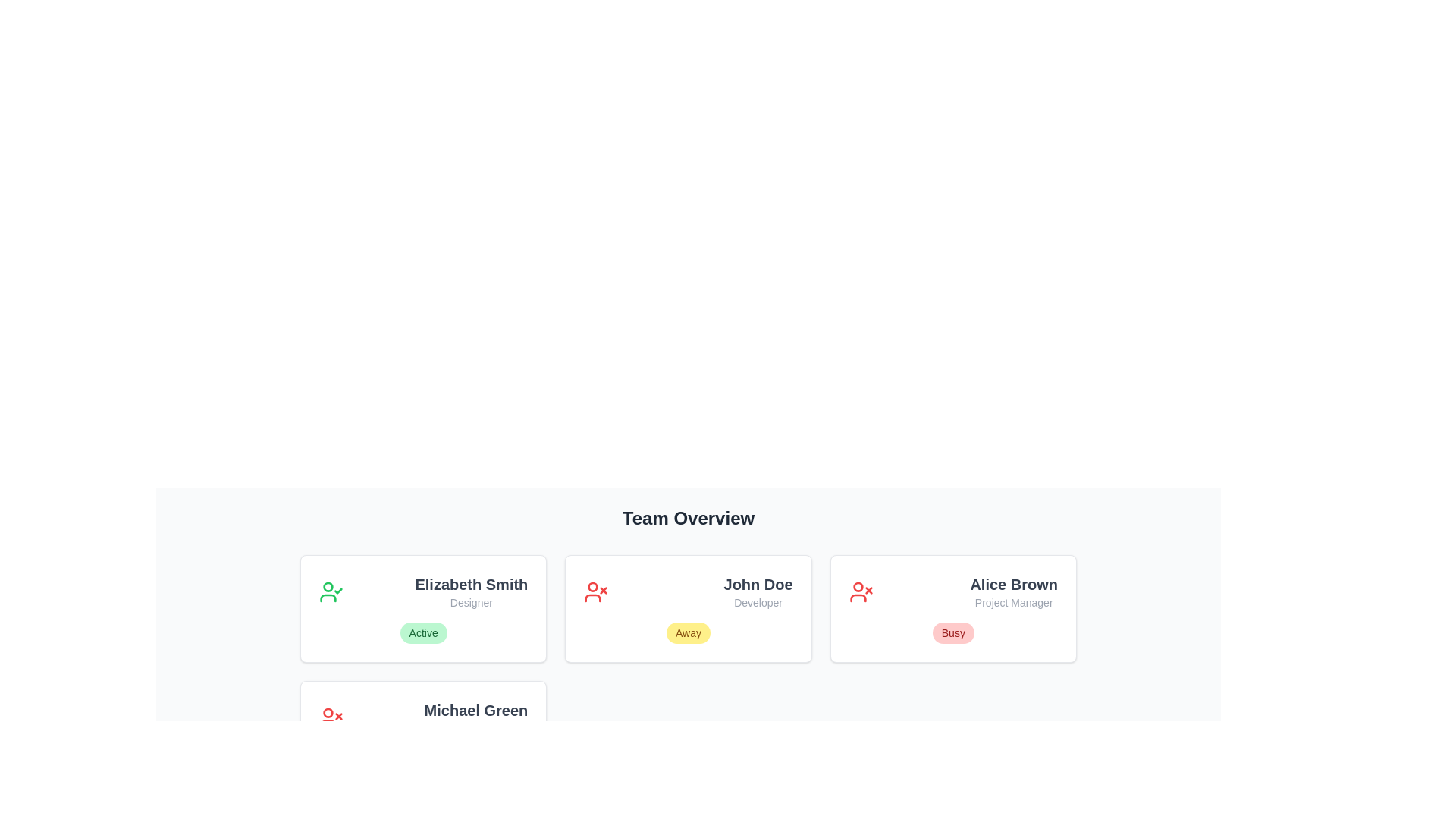  What do you see at coordinates (423, 591) in the screenshot?
I see `text content displayed in the text display element that shows 'Elizabeth Smith' and her role 'Designer' within the Team Overview card` at bounding box center [423, 591].